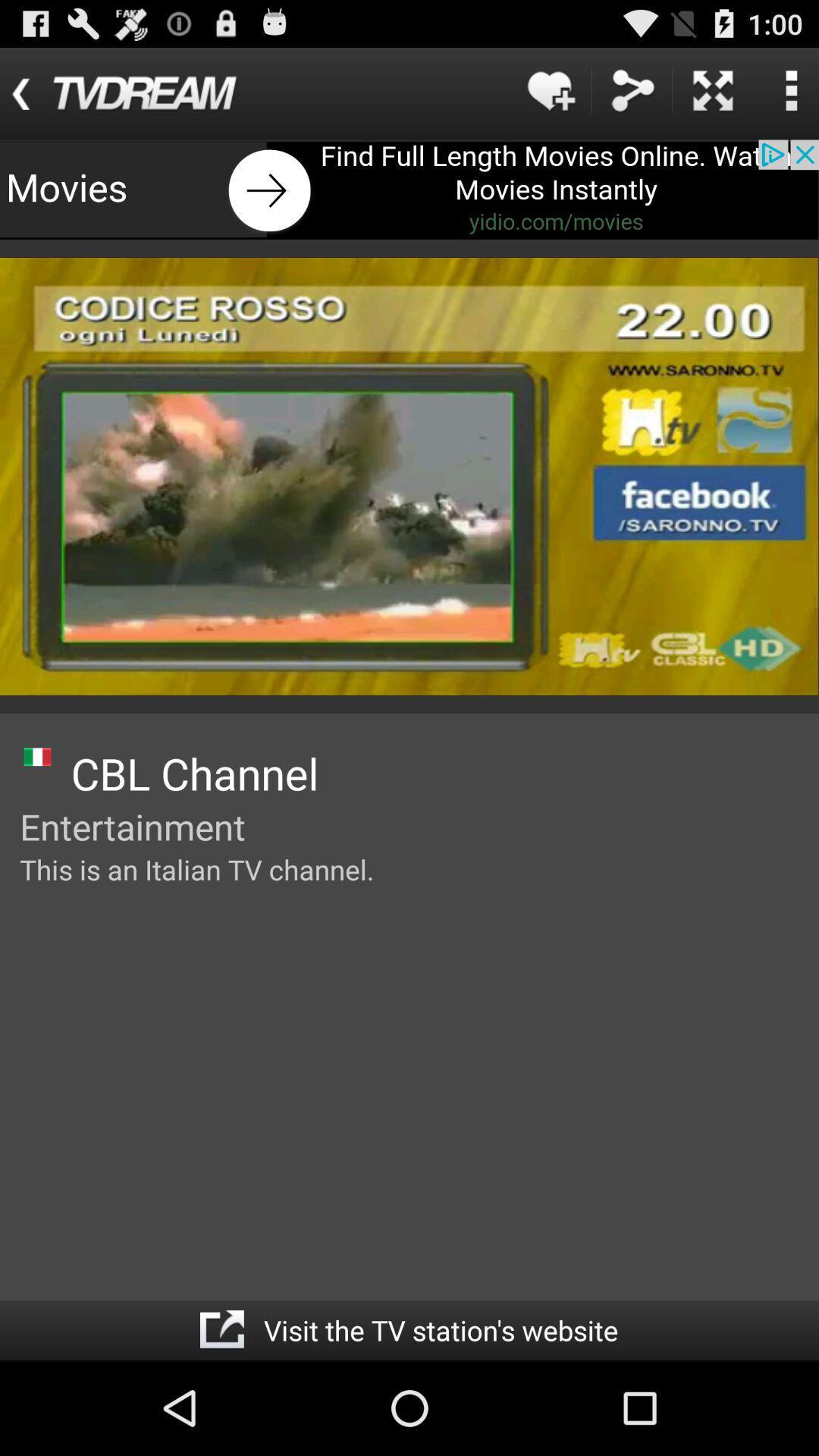 This screenshot has width=819, height=1456. I want to click on the more icon, so click(790, 96).